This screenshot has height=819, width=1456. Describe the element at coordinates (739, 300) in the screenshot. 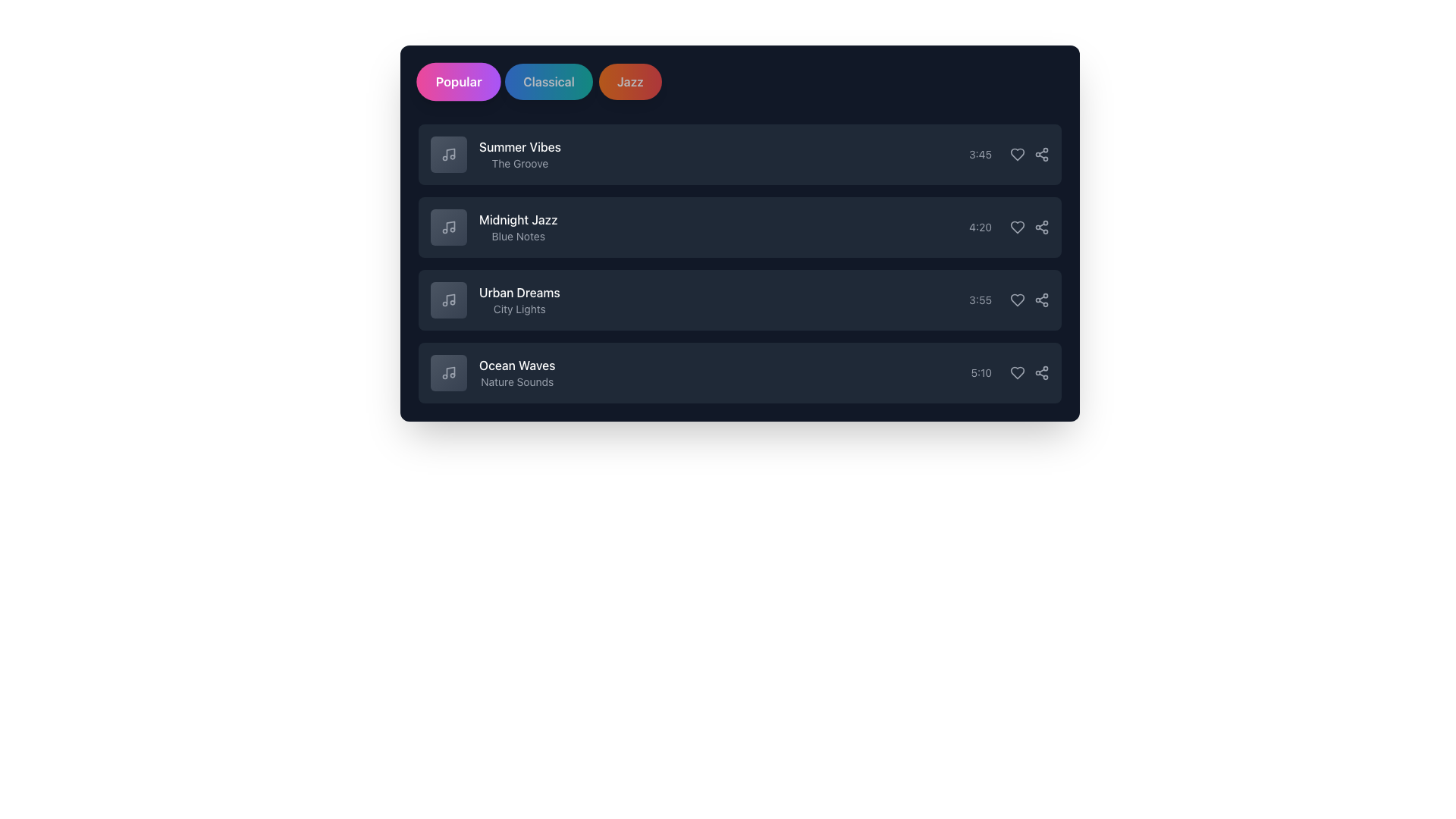

I see `the song entry in the playlist which is positioned third in a vertically stacked list, below 'Midnight Jazz' and above 'Ocean Waves'` at that location.